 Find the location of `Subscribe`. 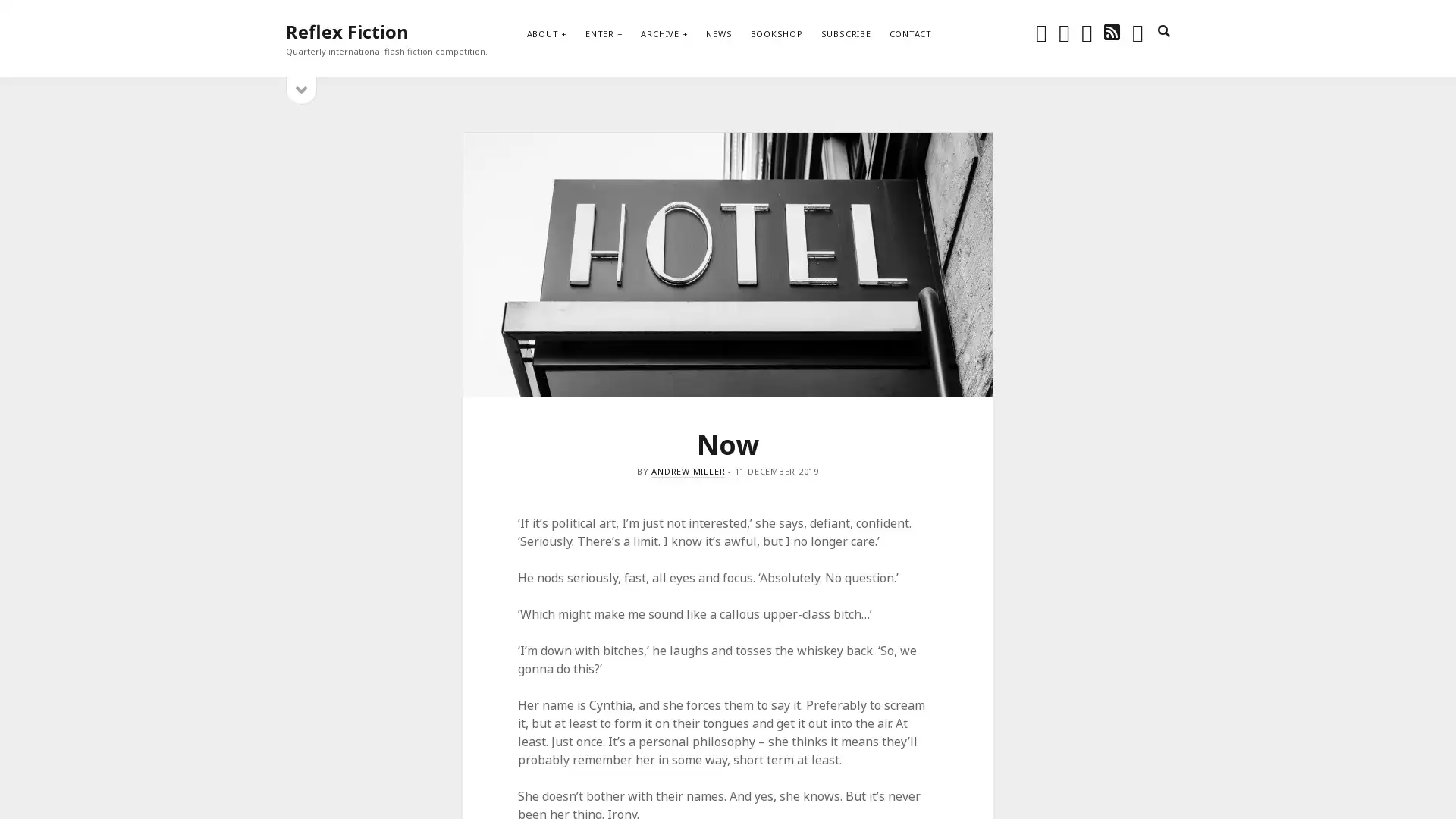

Subscribe is located at coordinates (915, 175).